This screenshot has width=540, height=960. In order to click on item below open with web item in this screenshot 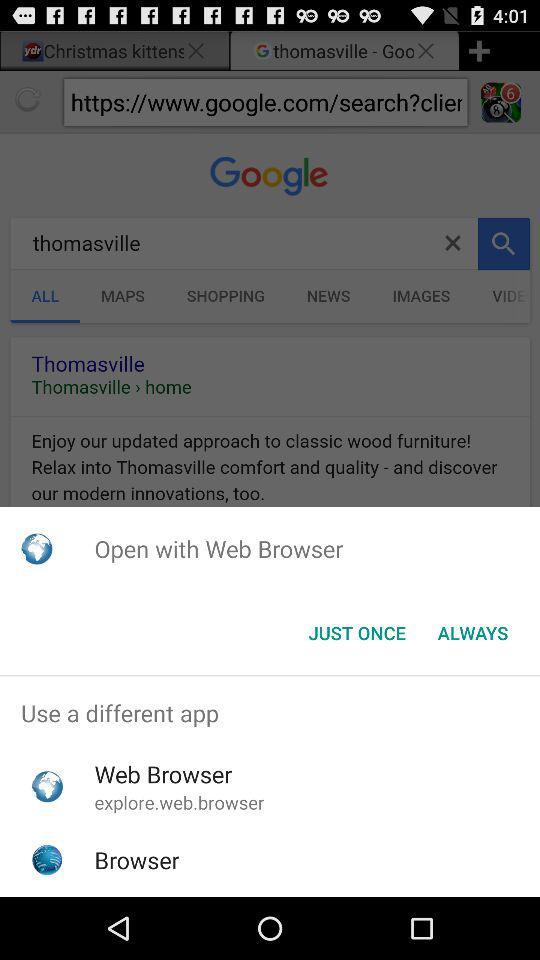, I will do `click(472, 632)`.